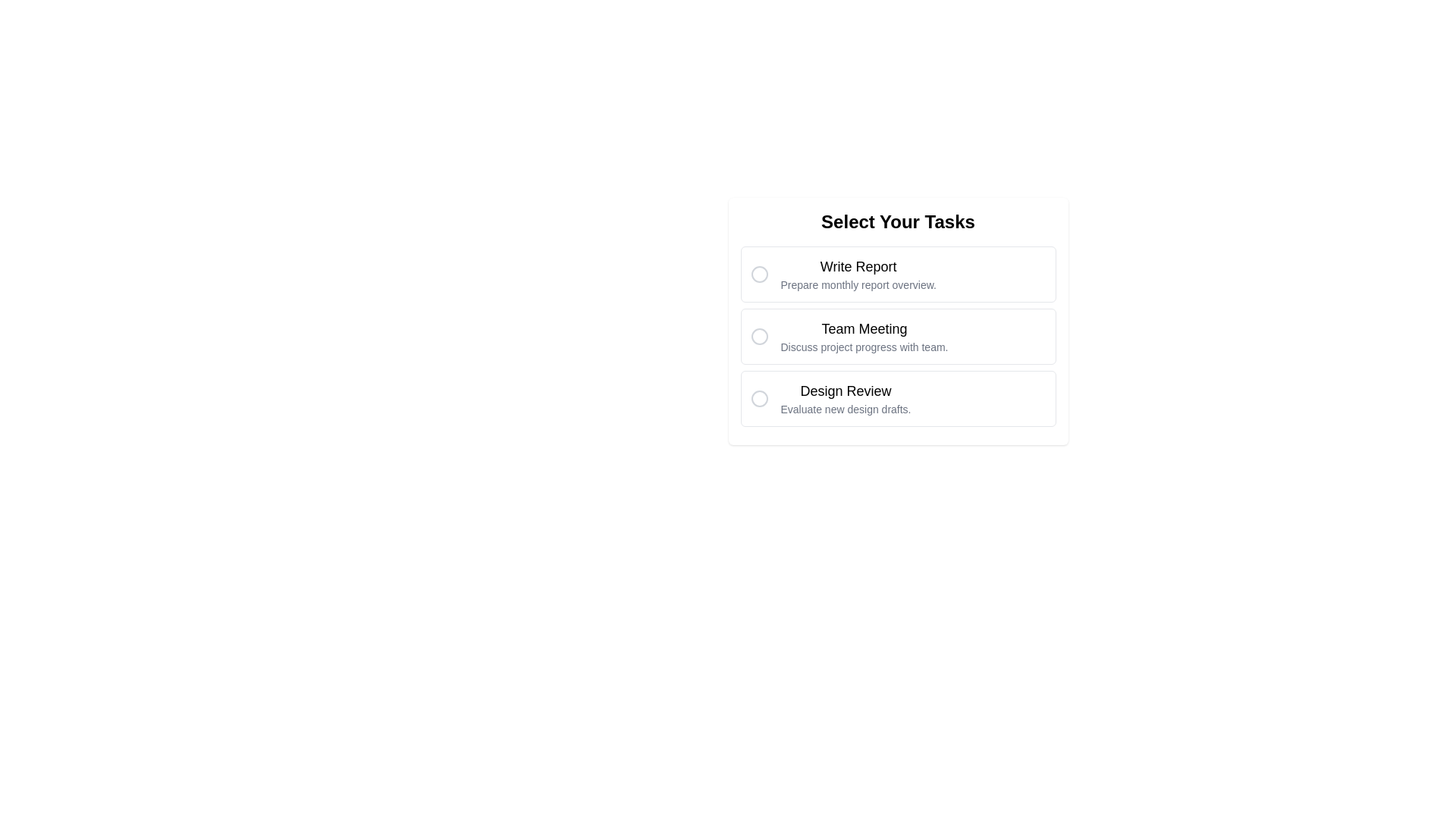 The width and height of the screenshot is (1456, 819). Describe the element at coordinates (858, 265) in the screenshot. I see `the Text Label that serves as the title for the task selection option located at the top of the selection card in the 'Select Your Tasks' section` at that location.